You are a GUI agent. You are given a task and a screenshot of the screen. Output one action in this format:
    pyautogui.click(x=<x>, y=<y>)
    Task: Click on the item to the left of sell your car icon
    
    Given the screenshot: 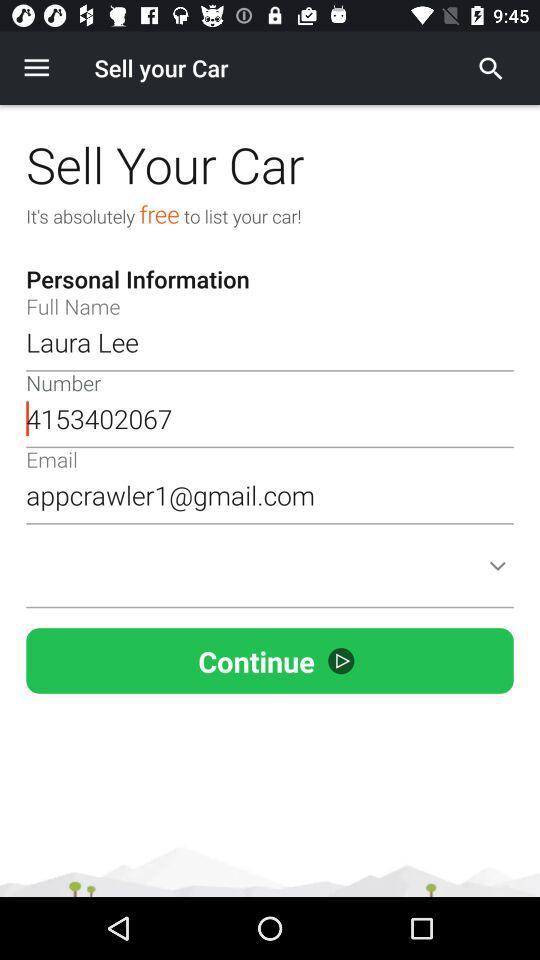 What is the action you would take?
    pyautogui.click(x=36, y=68)
    